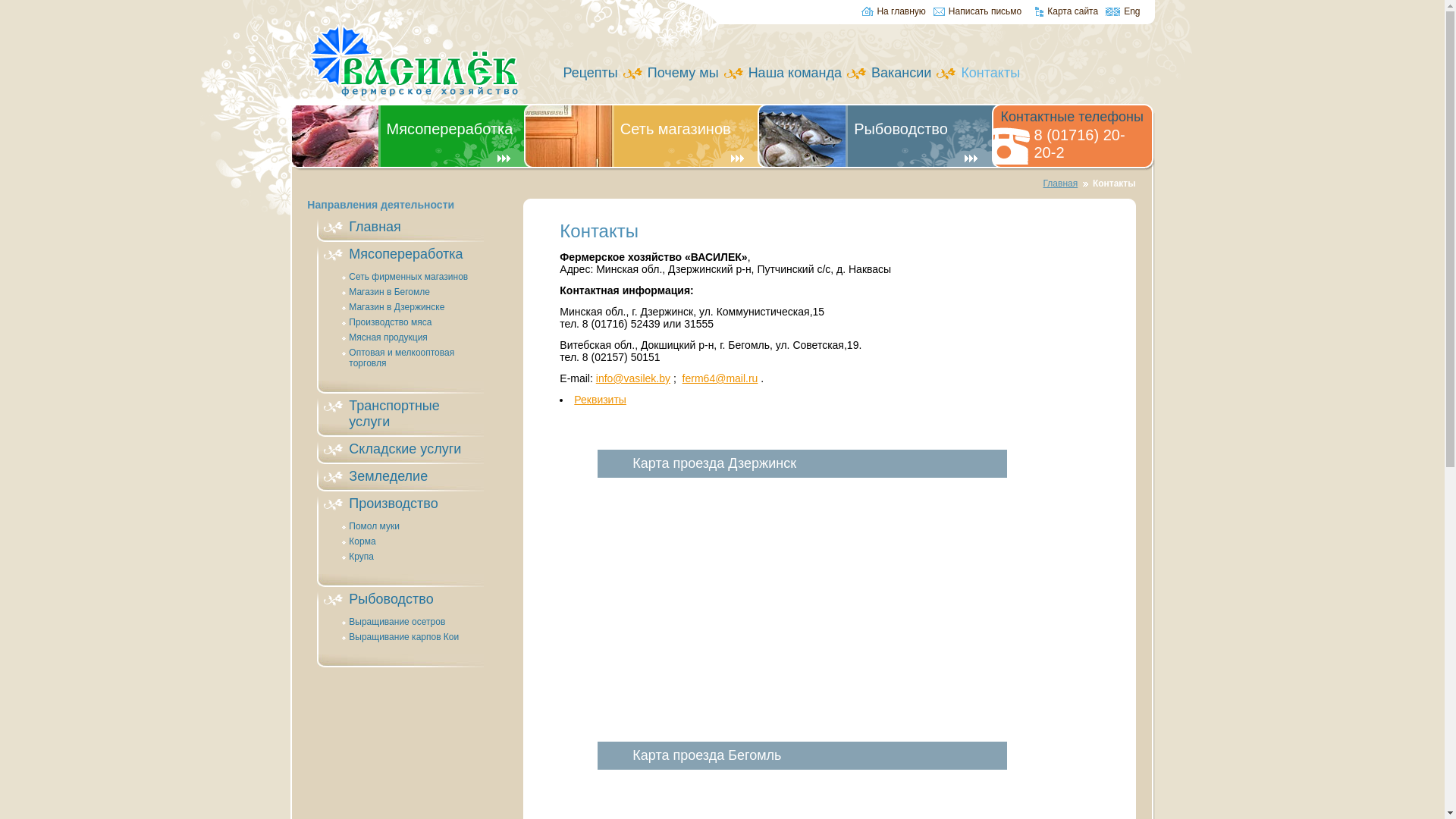  Describe the element at coordinates (1122, 12) in the screenshot. I see `'Eng'` at that location.